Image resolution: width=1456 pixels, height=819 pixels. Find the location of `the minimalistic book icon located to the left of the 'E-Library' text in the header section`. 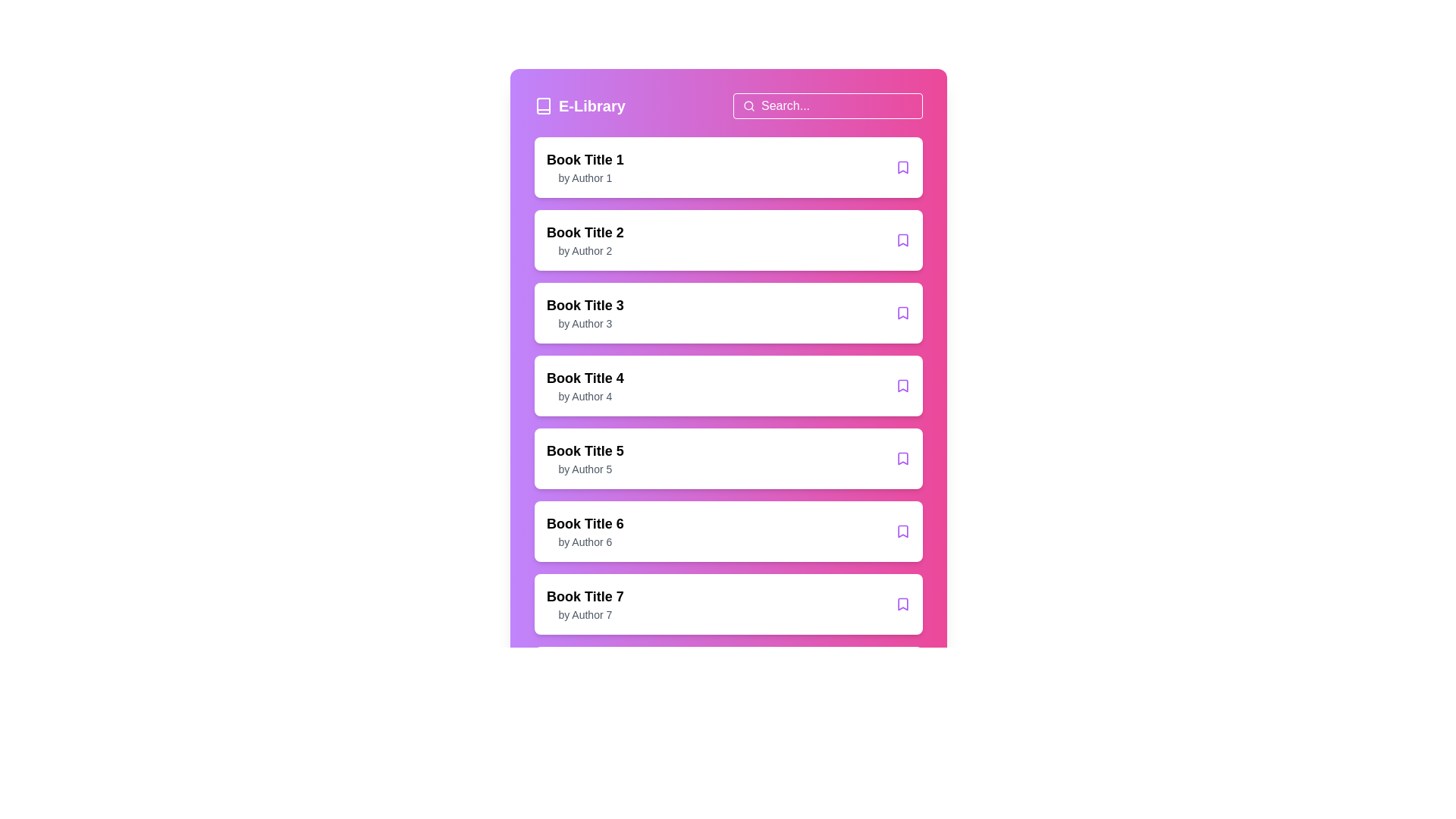

the minimalistic book icon located to the left of the 'E-Library' text in the header section is located at coordinates (543, 105).